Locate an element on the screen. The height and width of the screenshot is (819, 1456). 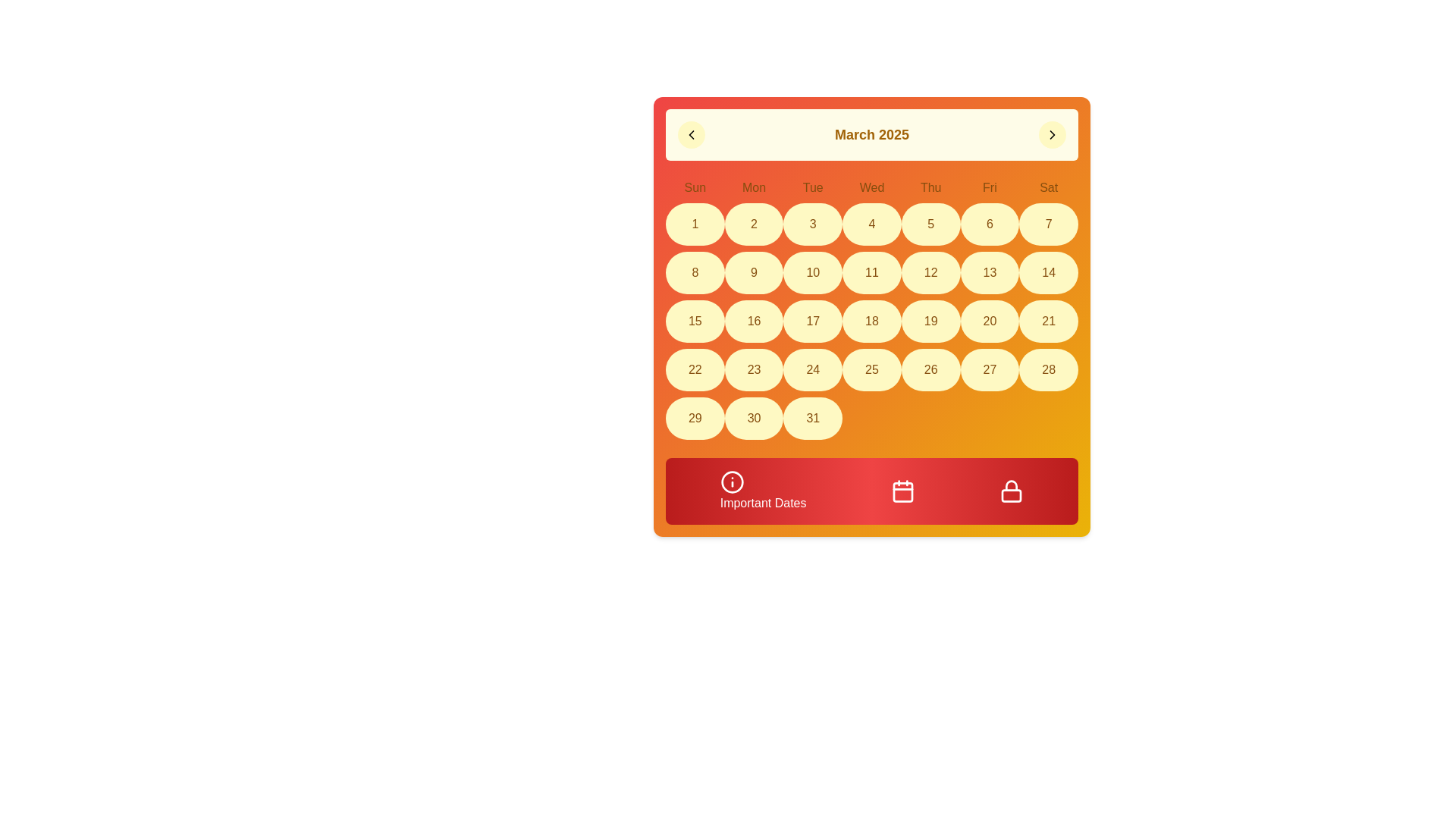
the small circular button with a pale yellow background and a black leftward arrow icon is located at coordinates (691, 133).